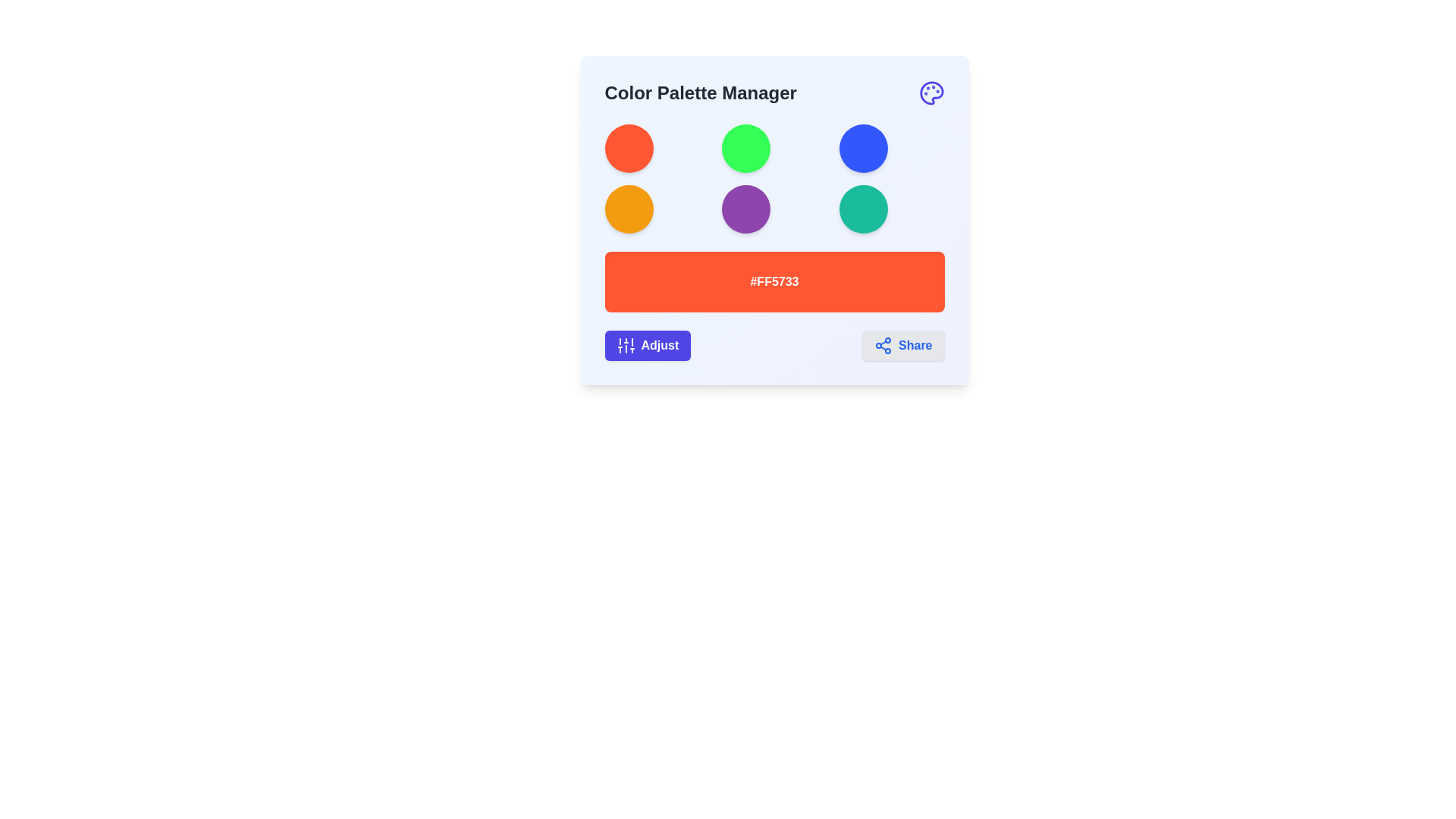 The image size is (1456, 819). What do you see at coordinates (629, 149) in the screenshot?
I see `the vibrant orange circular button located at the top-left of the grid` at bounding box center [629, 149].